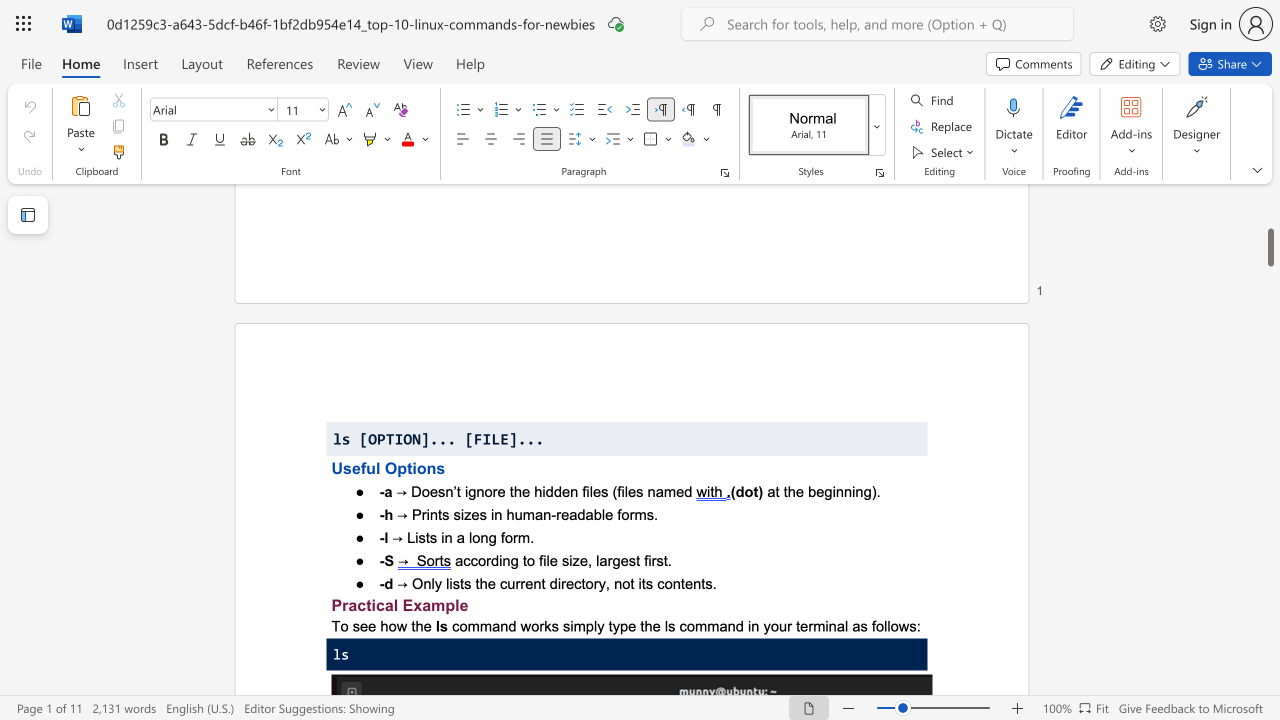 The height and width of the screenshot is (720, 1280). Describe the element at coordinates (340, 625) in the screenshot. I see `the subset text "o see ho" within the text "To see how the"` at that location.